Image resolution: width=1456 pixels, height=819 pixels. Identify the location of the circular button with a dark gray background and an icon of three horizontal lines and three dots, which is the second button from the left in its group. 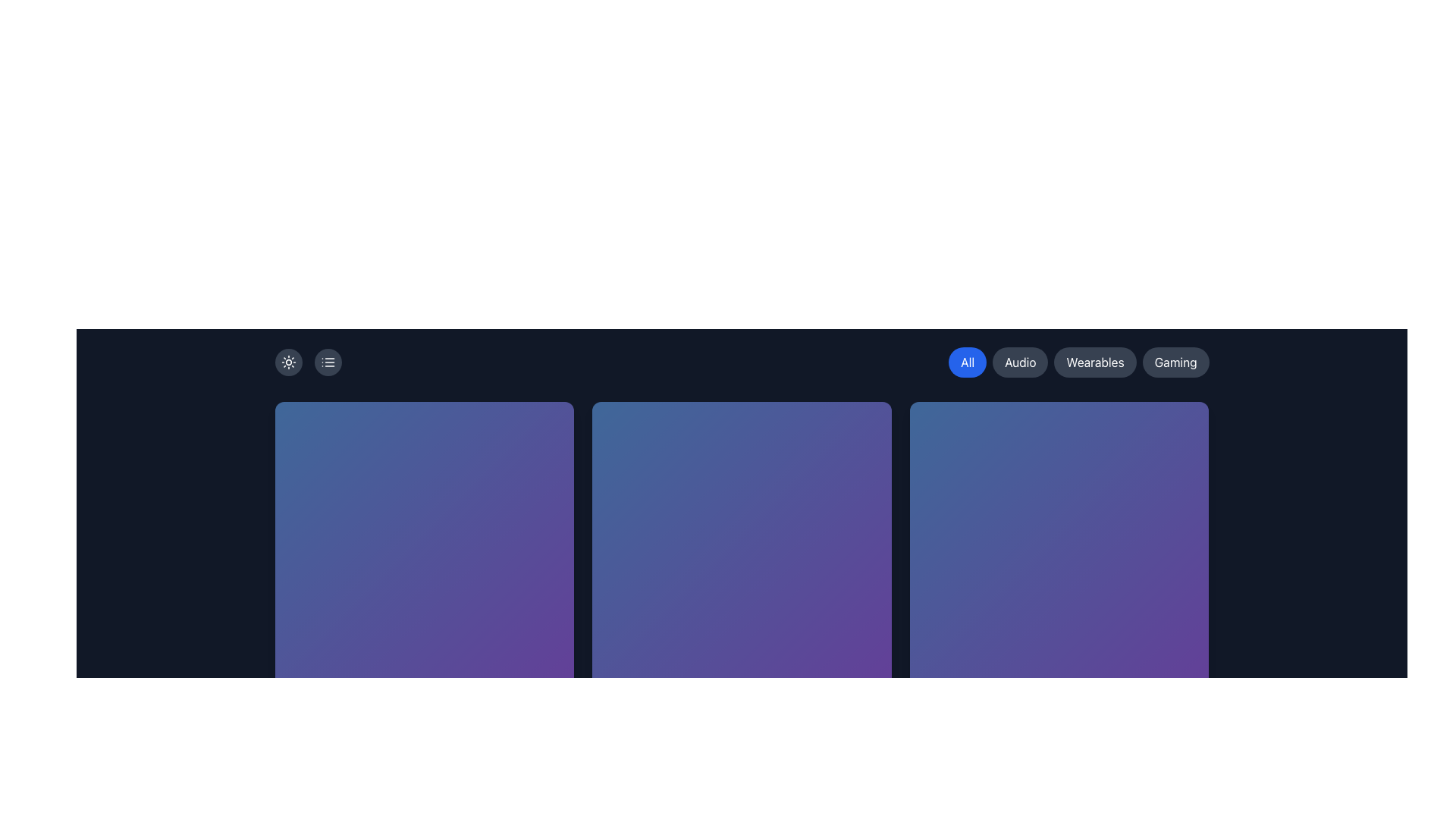
(327, 362).